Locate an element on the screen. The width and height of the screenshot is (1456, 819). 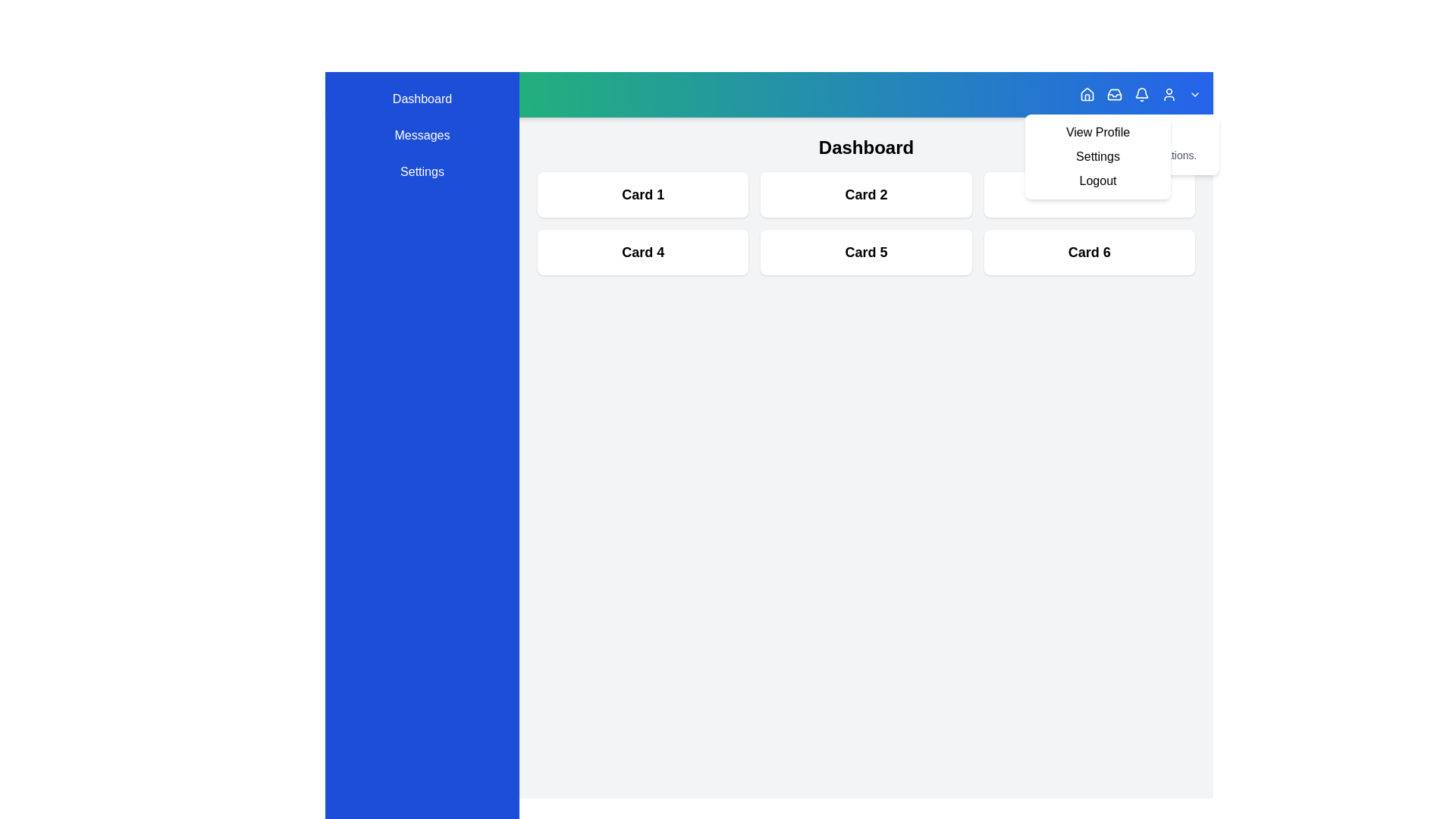
label displaying 'Card 4' which is styled in bold black text and located in the second row of card widgets is located at coordinates (643, 251).